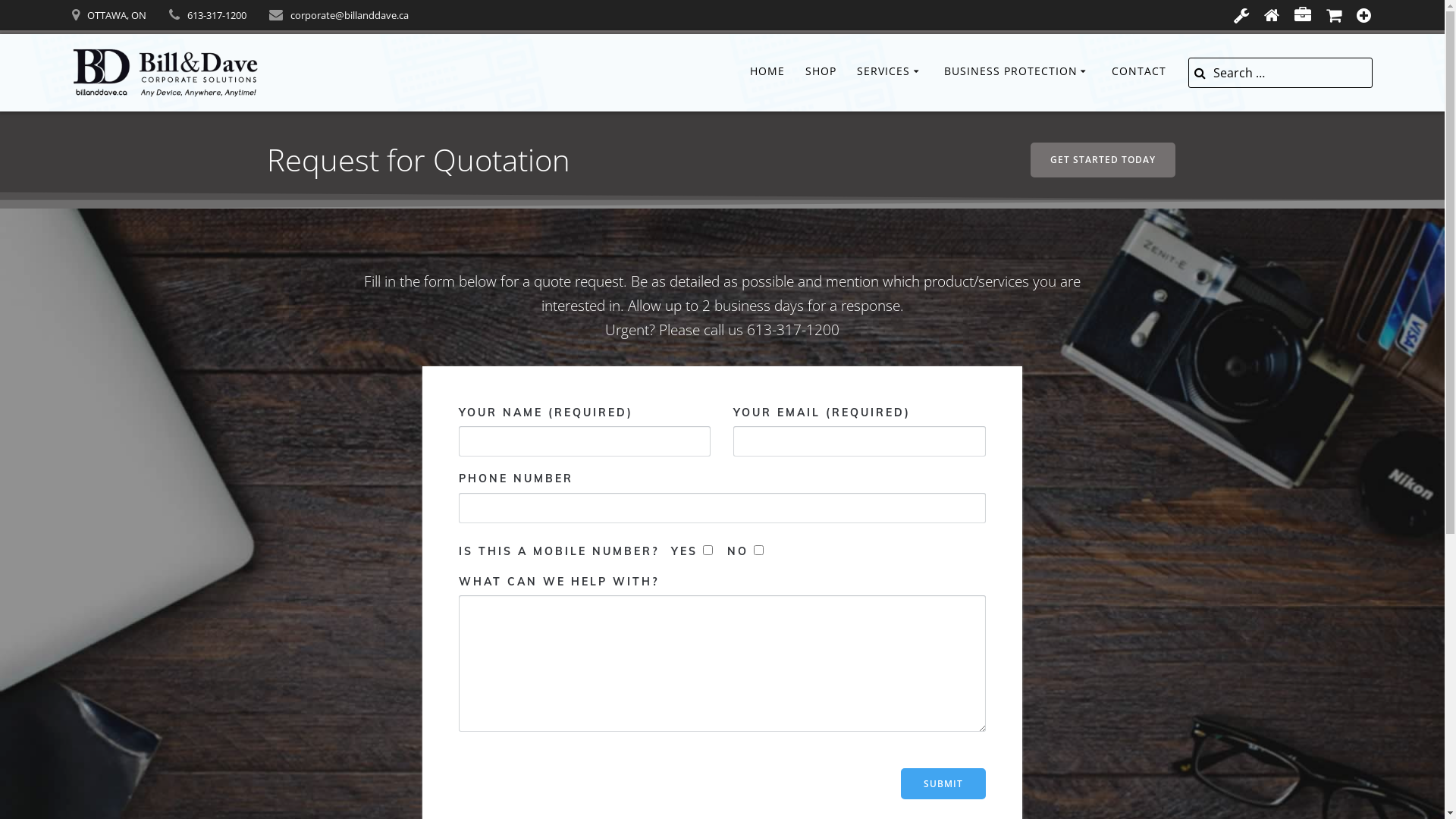 Image resolution: width=1456 pixels, height=819 pixels. Describe the element at coordinates (1018, 72) in the screenshot. I see `'BUSINESS PROTECTION'` at that location.